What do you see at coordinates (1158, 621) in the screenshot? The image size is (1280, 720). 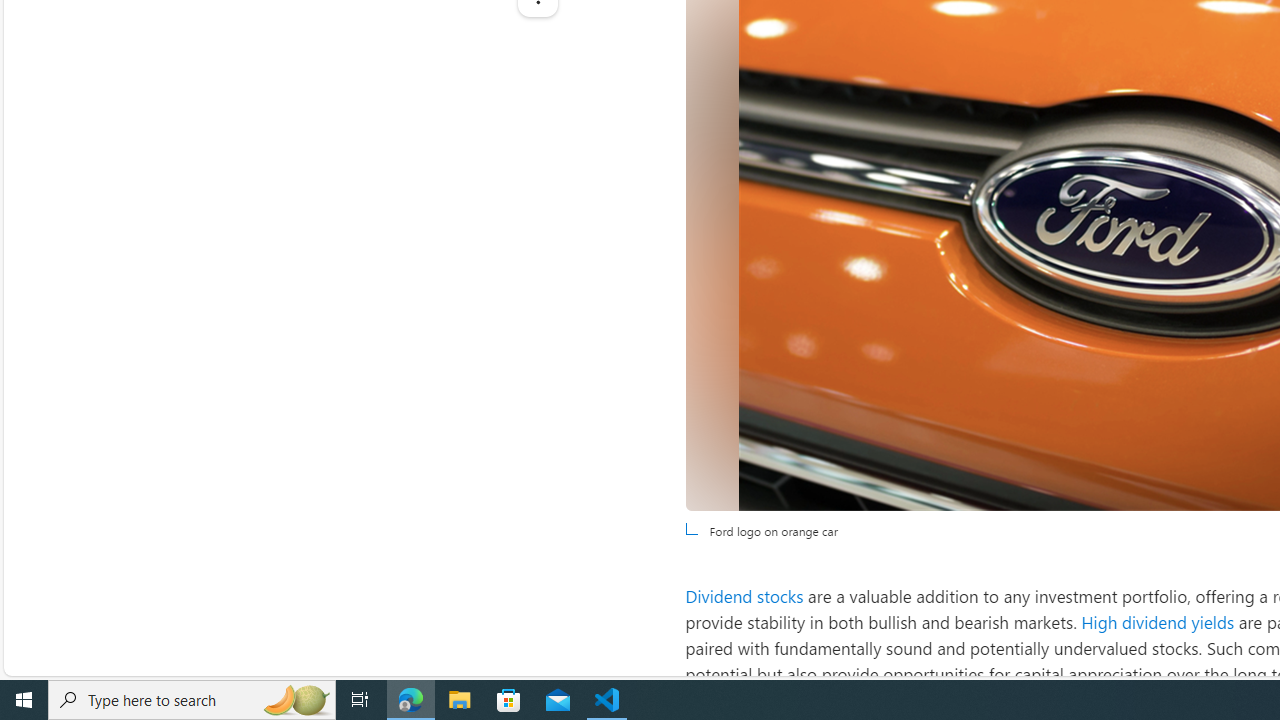 I see `'High dividend yields'` at bounding box center [1158, 621].